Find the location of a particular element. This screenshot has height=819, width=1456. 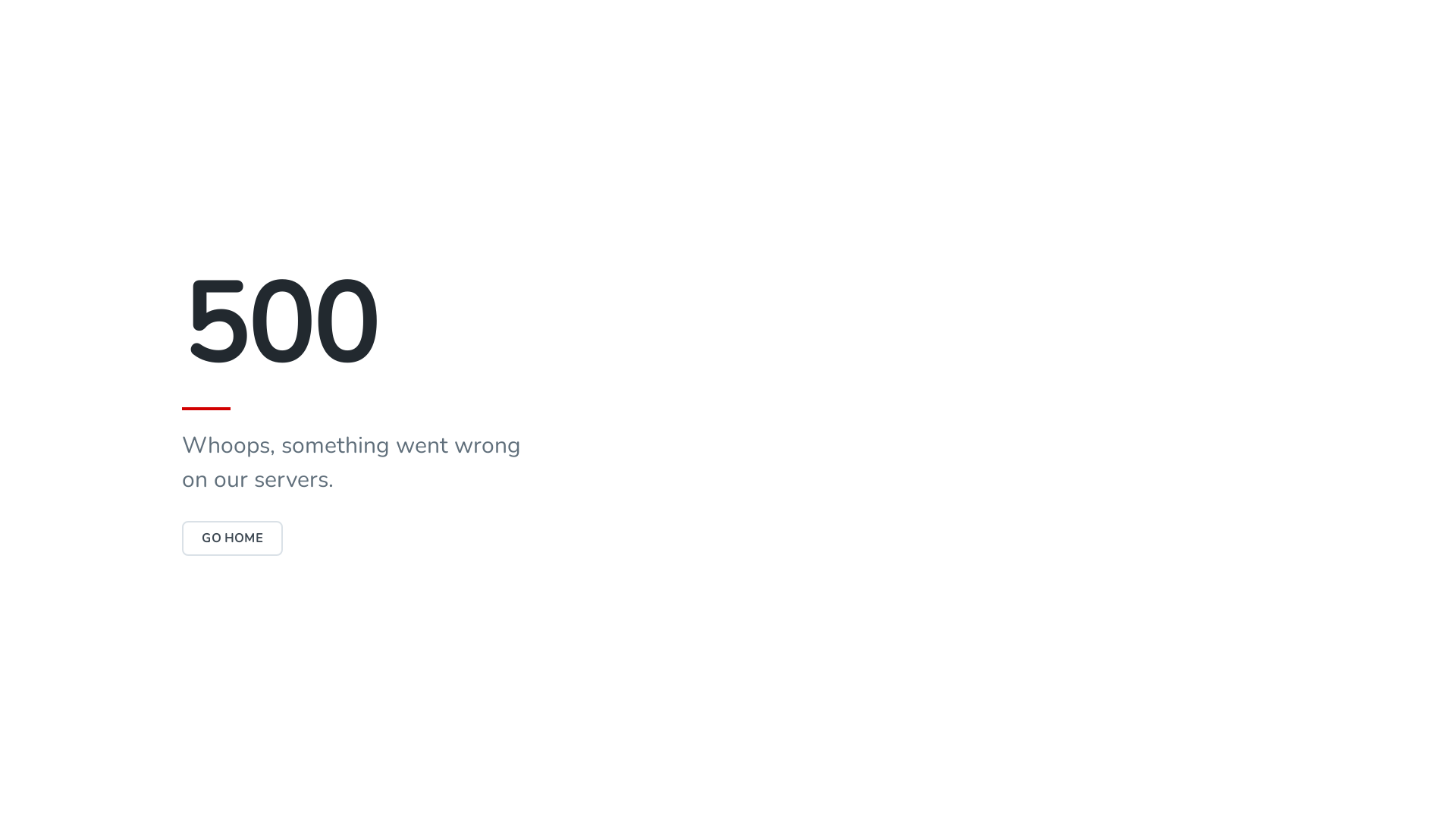

'GO HOME' is located at coordinates (182, 537).